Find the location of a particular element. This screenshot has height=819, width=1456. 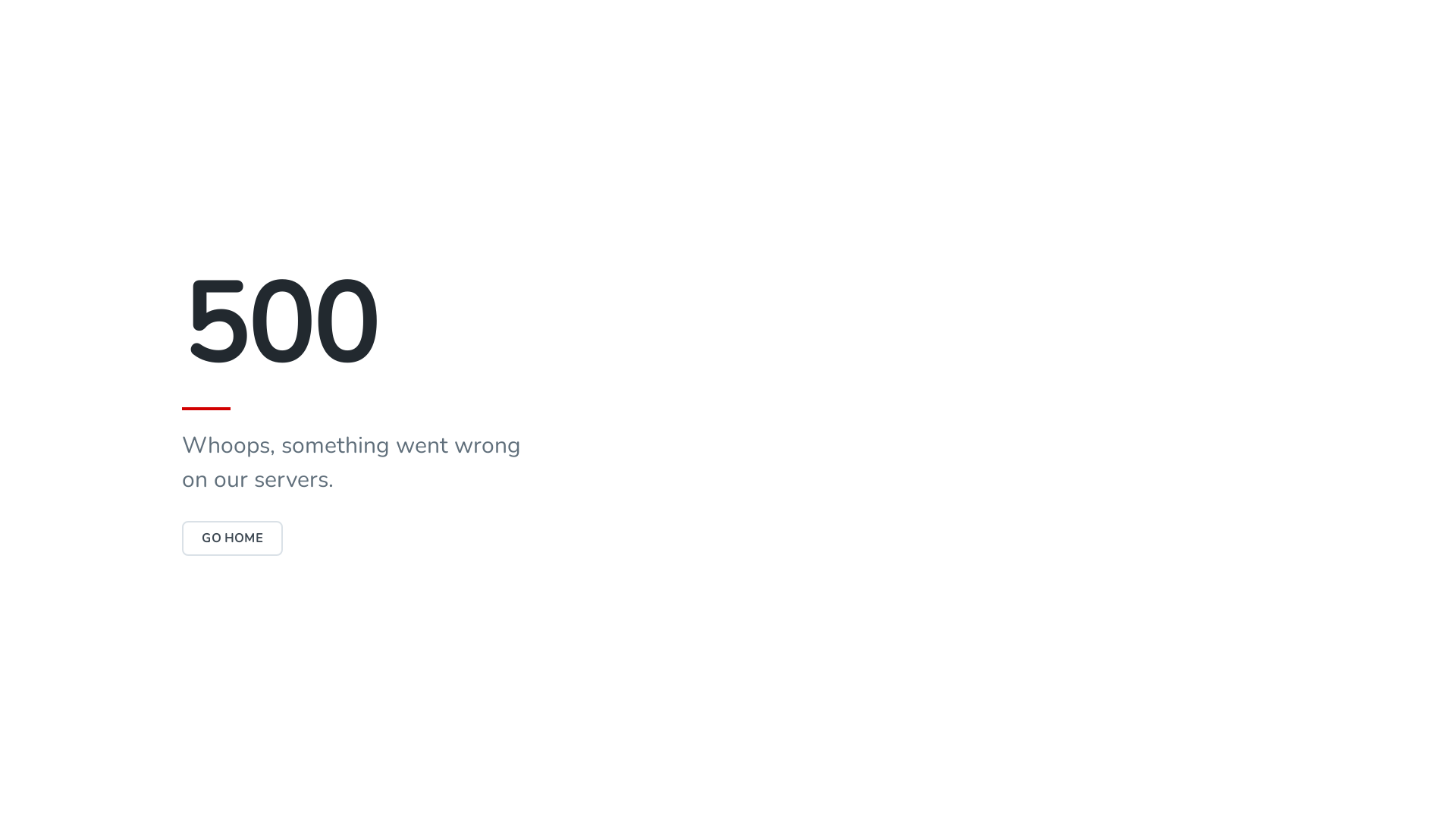

'GO HOME' is located at coordinates (182, 537).